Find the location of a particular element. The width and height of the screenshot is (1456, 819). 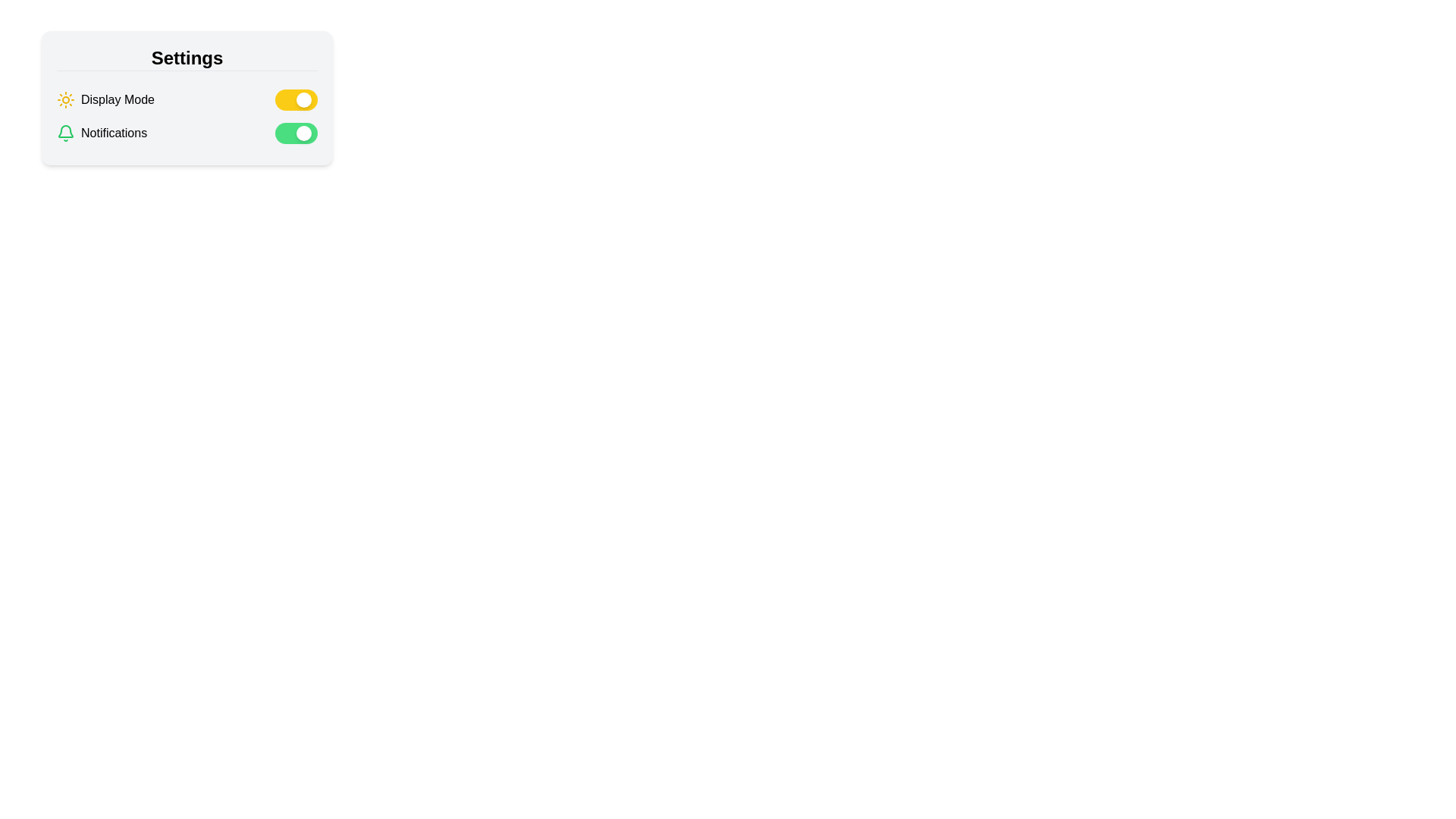

the 'Display Mode' text label located in the settings panel, which is aligned to the left next to a yellow sun icon is located at coordinates (117, 99).